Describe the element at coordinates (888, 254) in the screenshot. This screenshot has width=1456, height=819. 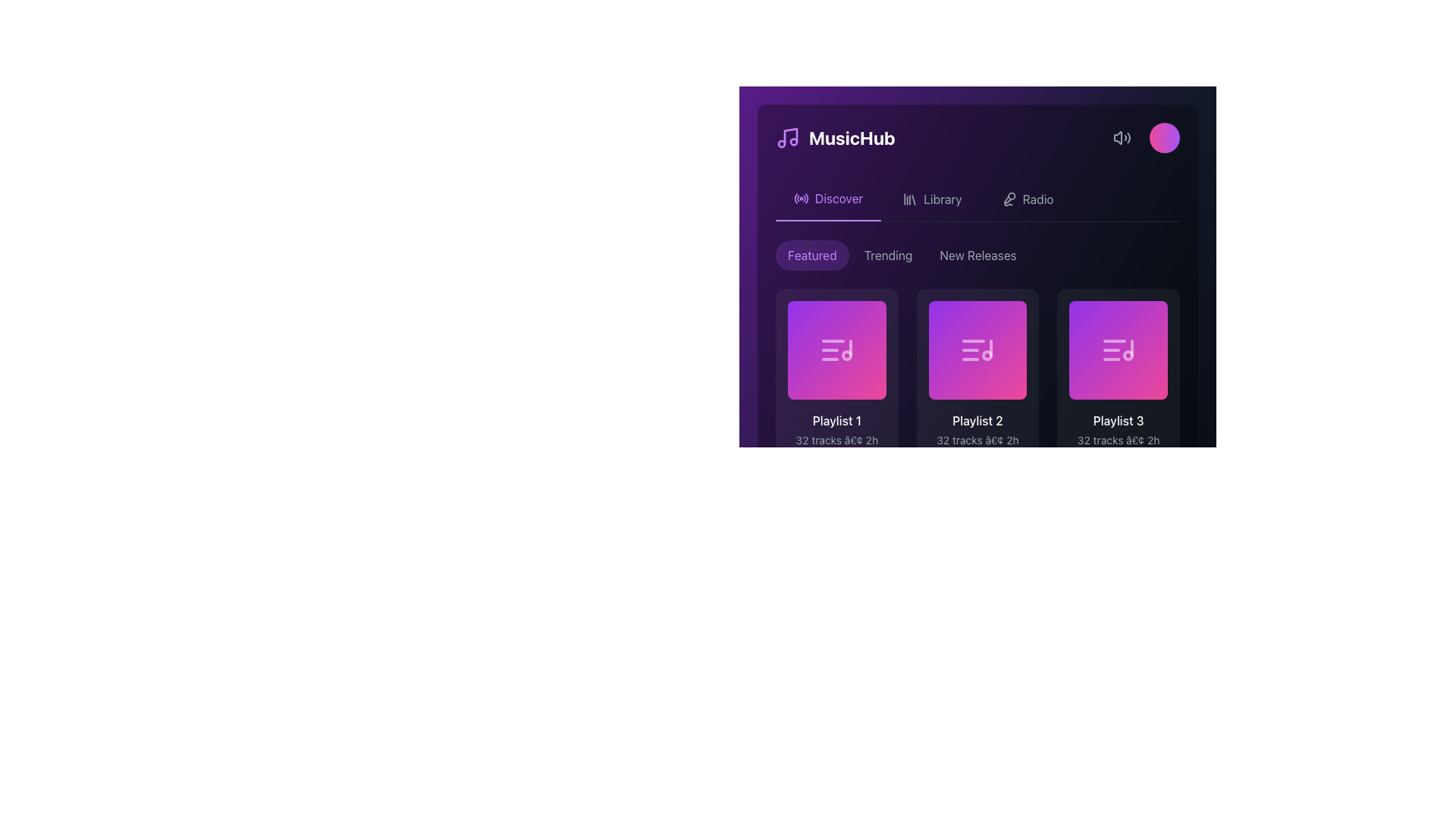
I see `the 'Trending' button, which is the second button in a horizontal group of capsule-shaped buttons titled 'Featured', 'Trending', and 'New Releases', located near the top center of the interface` at that location.